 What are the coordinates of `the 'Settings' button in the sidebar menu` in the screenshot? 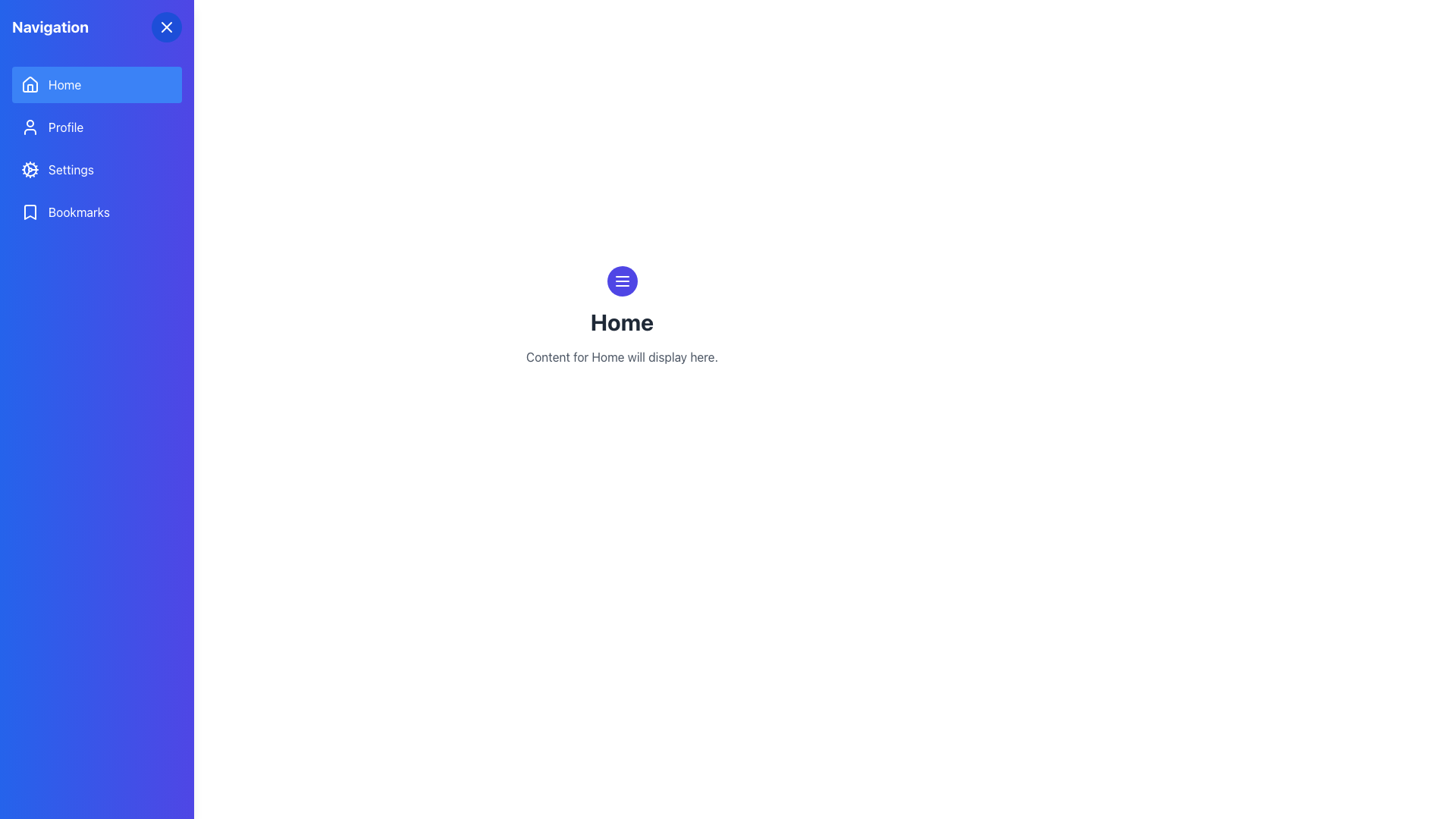 It's located at (96, 169).